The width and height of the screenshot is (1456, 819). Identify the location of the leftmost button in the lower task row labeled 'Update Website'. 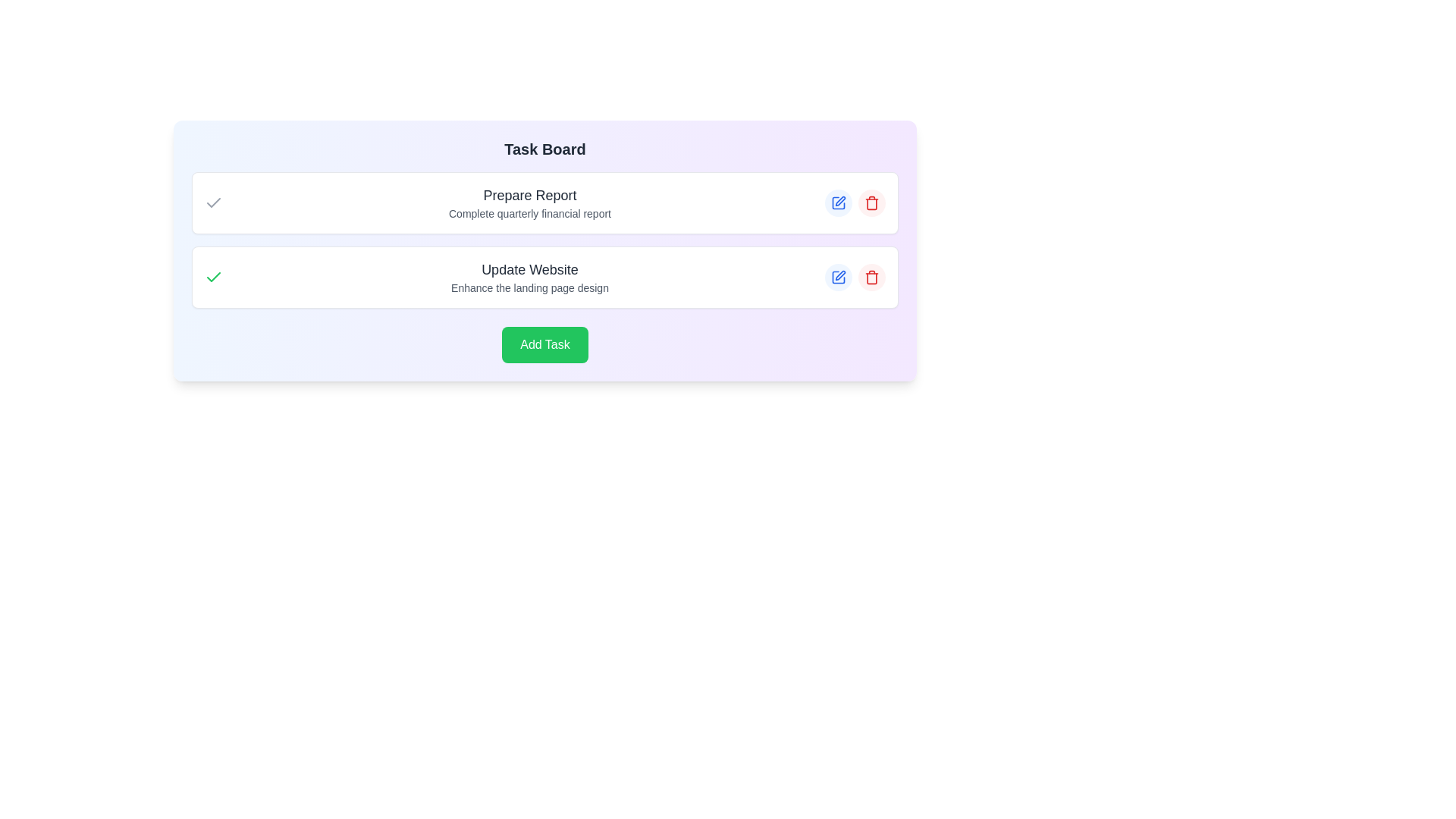
(837, 278).